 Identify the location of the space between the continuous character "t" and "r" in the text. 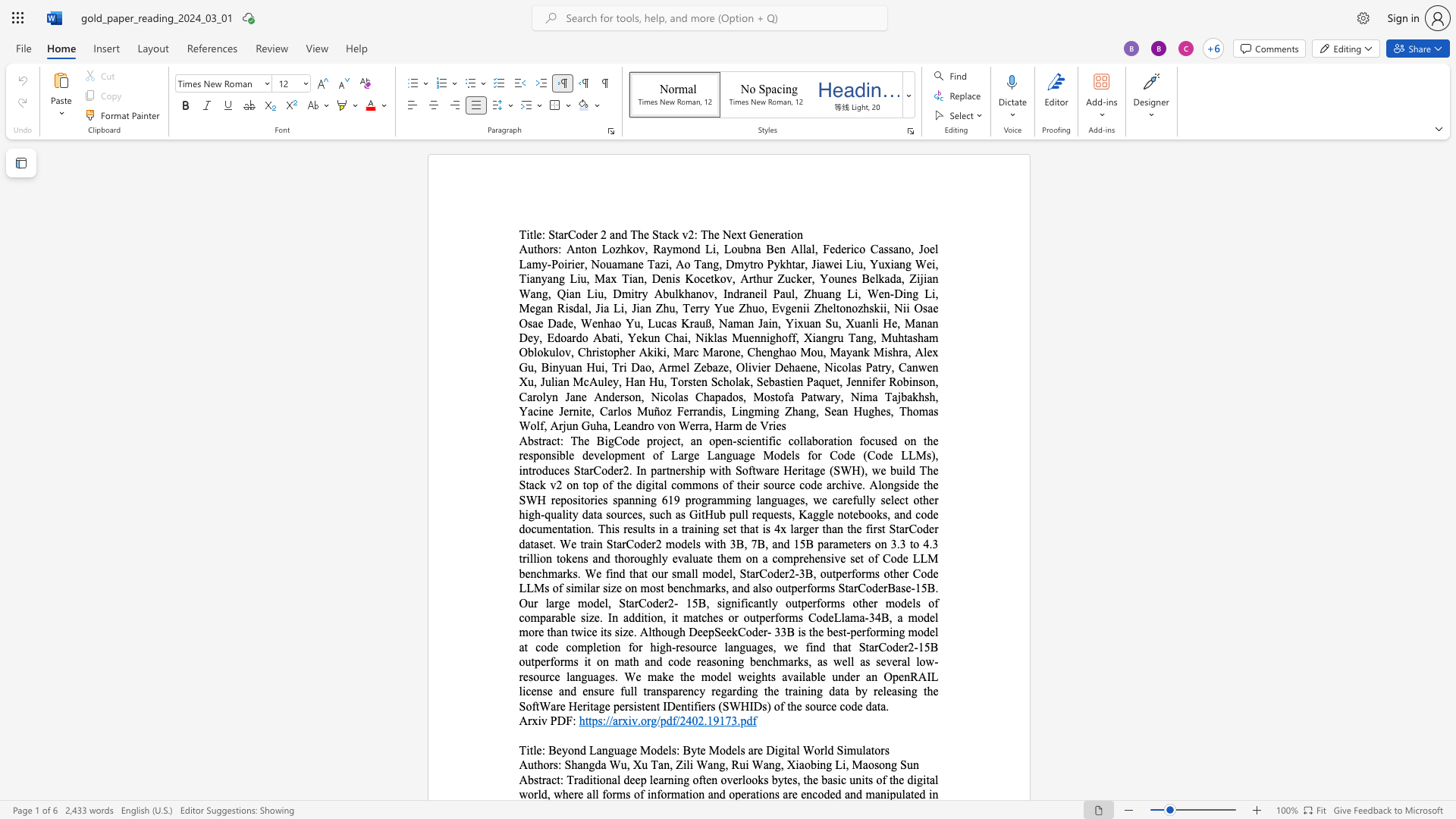
(542, 780).